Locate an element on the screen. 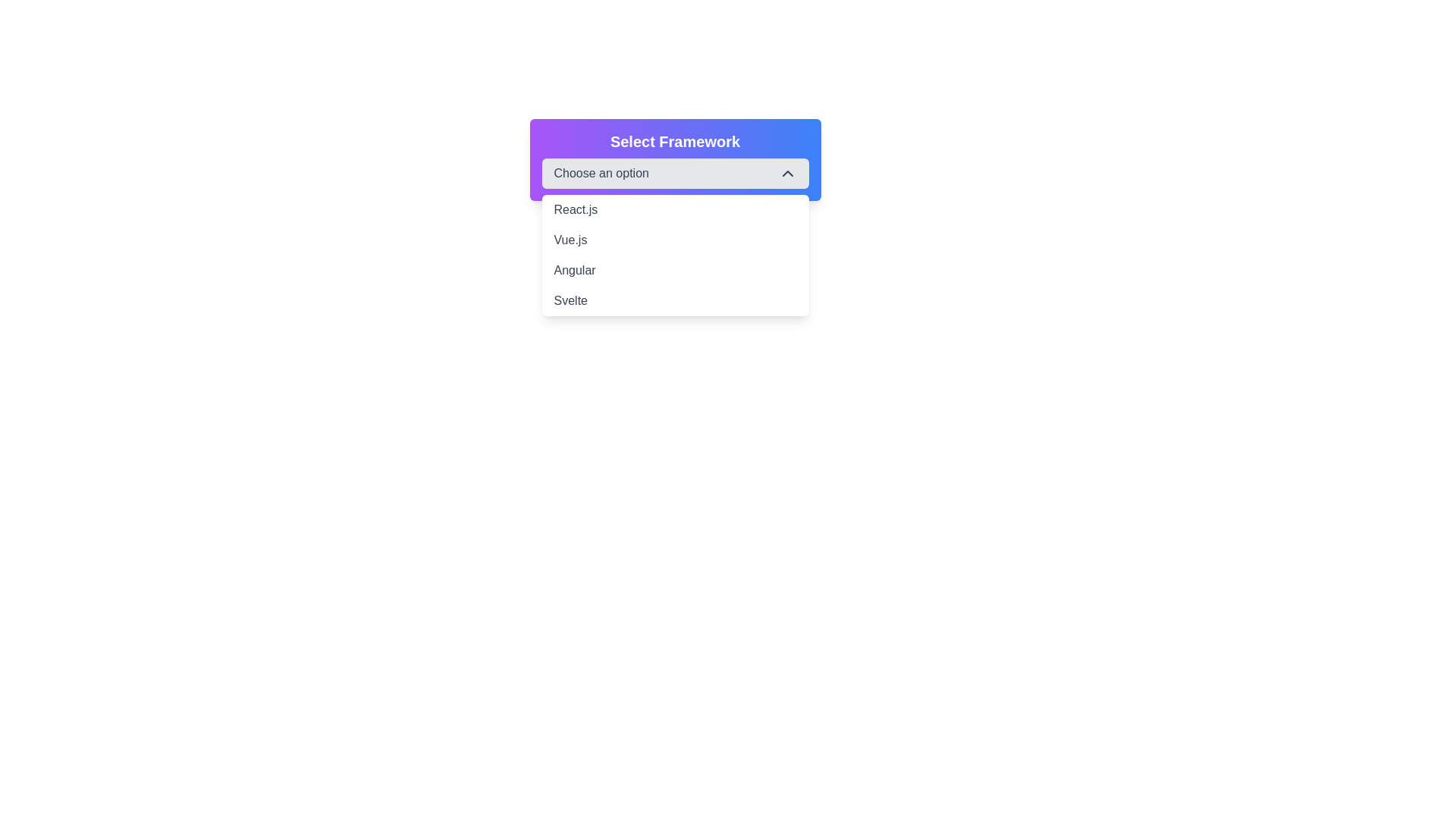 The height and width of the screenshot is (819, 1456). the Dropdown menu labeled 'Select Framework' which contains the text 'Choose an option' and is identifiable by its gradient background and downward-facing triangle icon is located at coordinates (674, 160).